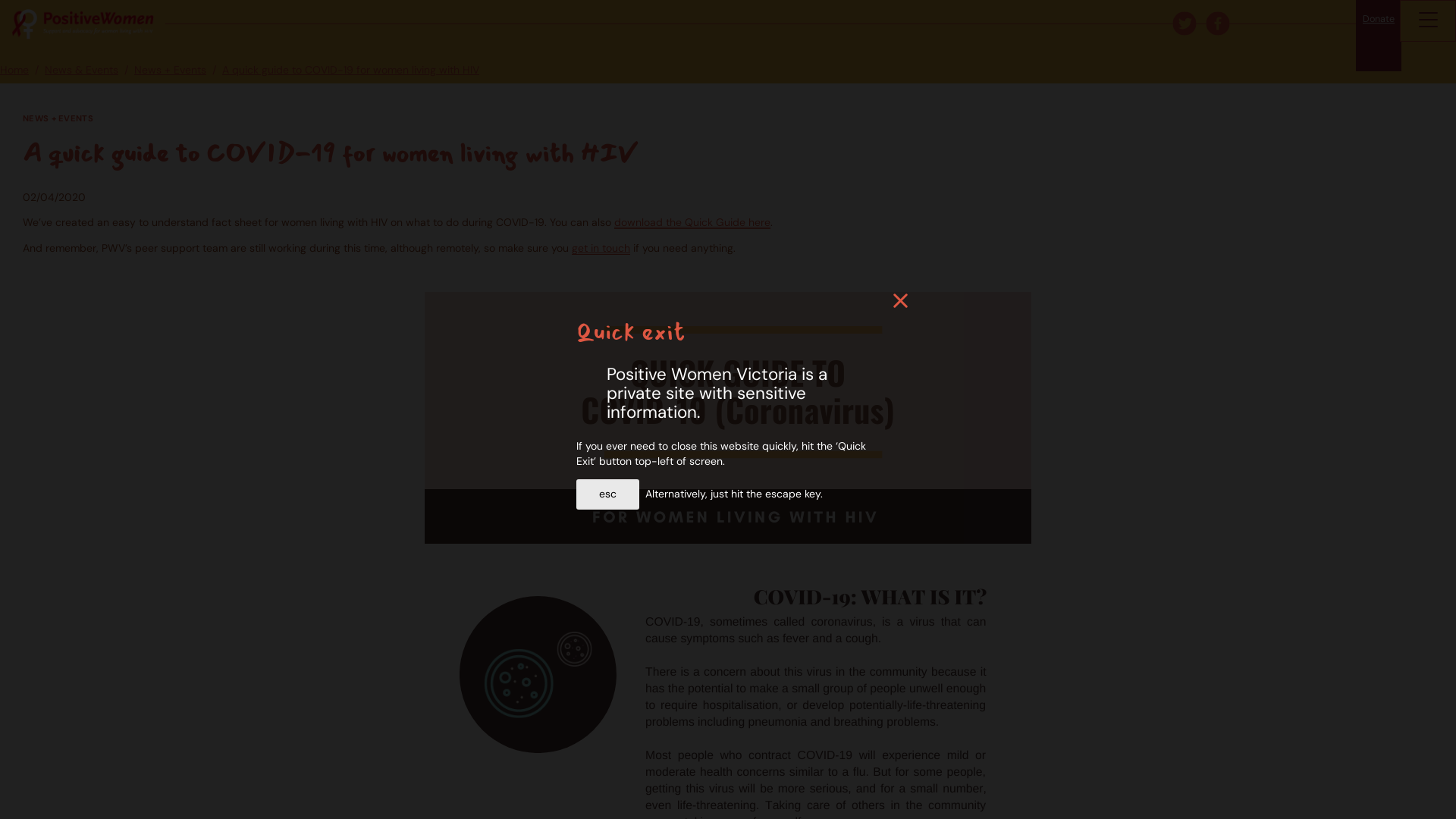 This screenshot has width=1456, height=819. Describe the element at coordinates (614, 222) in the screenshot. I see `'download the Quick Guide here'` at that location.